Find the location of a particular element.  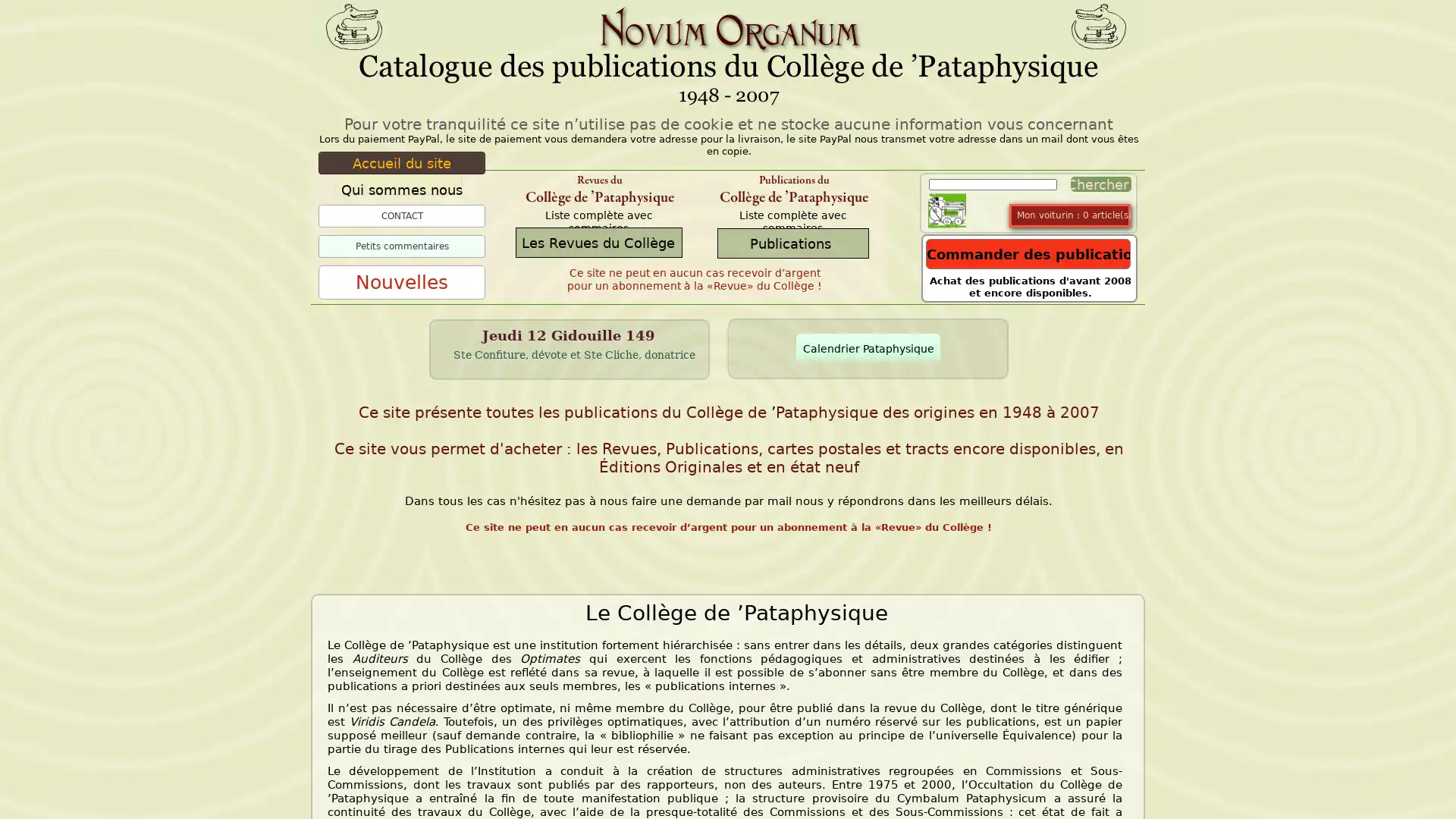

Nouvelles is located at coordinates (401, 282).